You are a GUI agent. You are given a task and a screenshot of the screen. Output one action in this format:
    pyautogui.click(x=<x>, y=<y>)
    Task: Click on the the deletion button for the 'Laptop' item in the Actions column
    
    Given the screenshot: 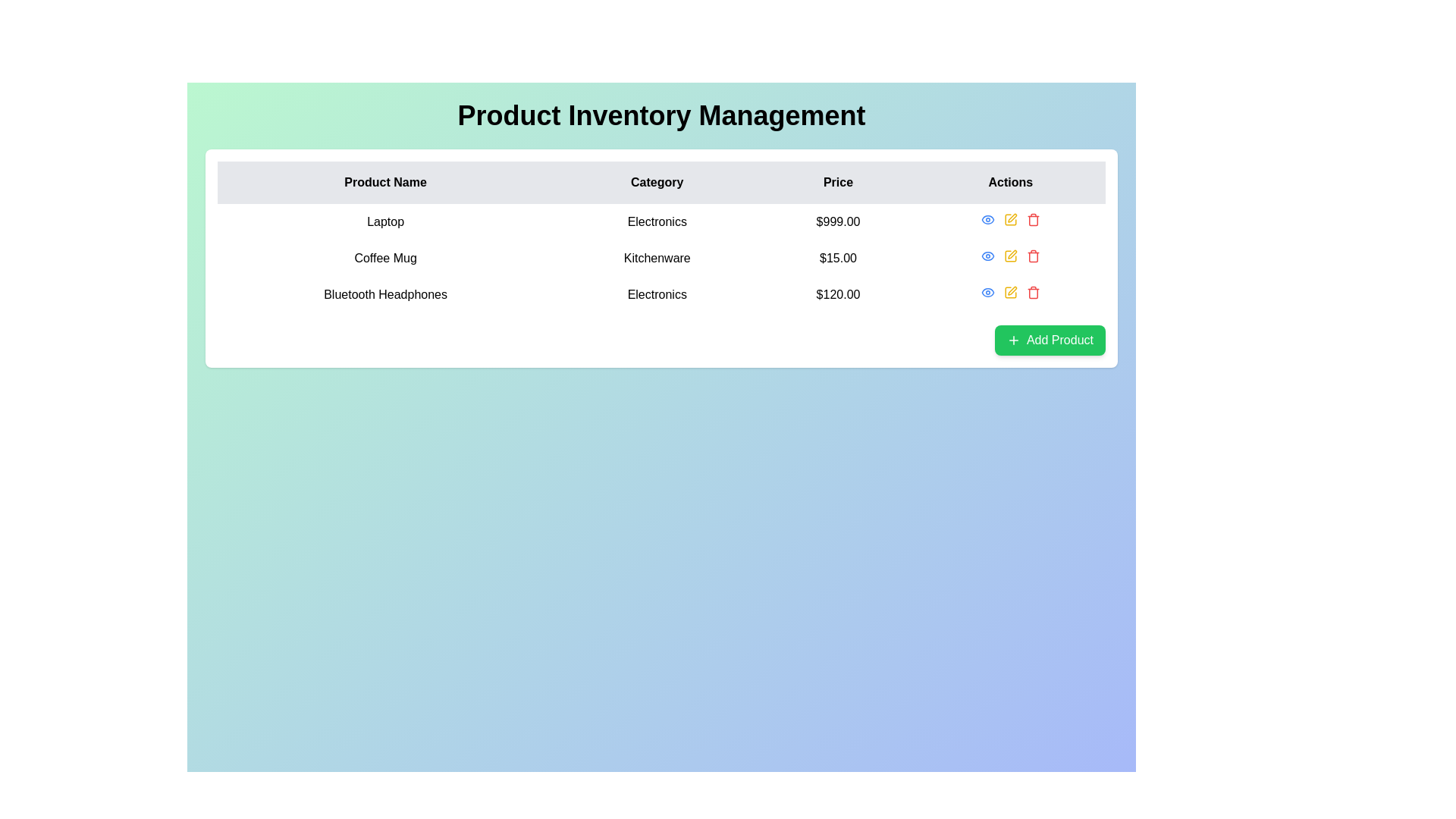 What is the action you would take?
    pyautogui.click(x=1032, y=219)
    